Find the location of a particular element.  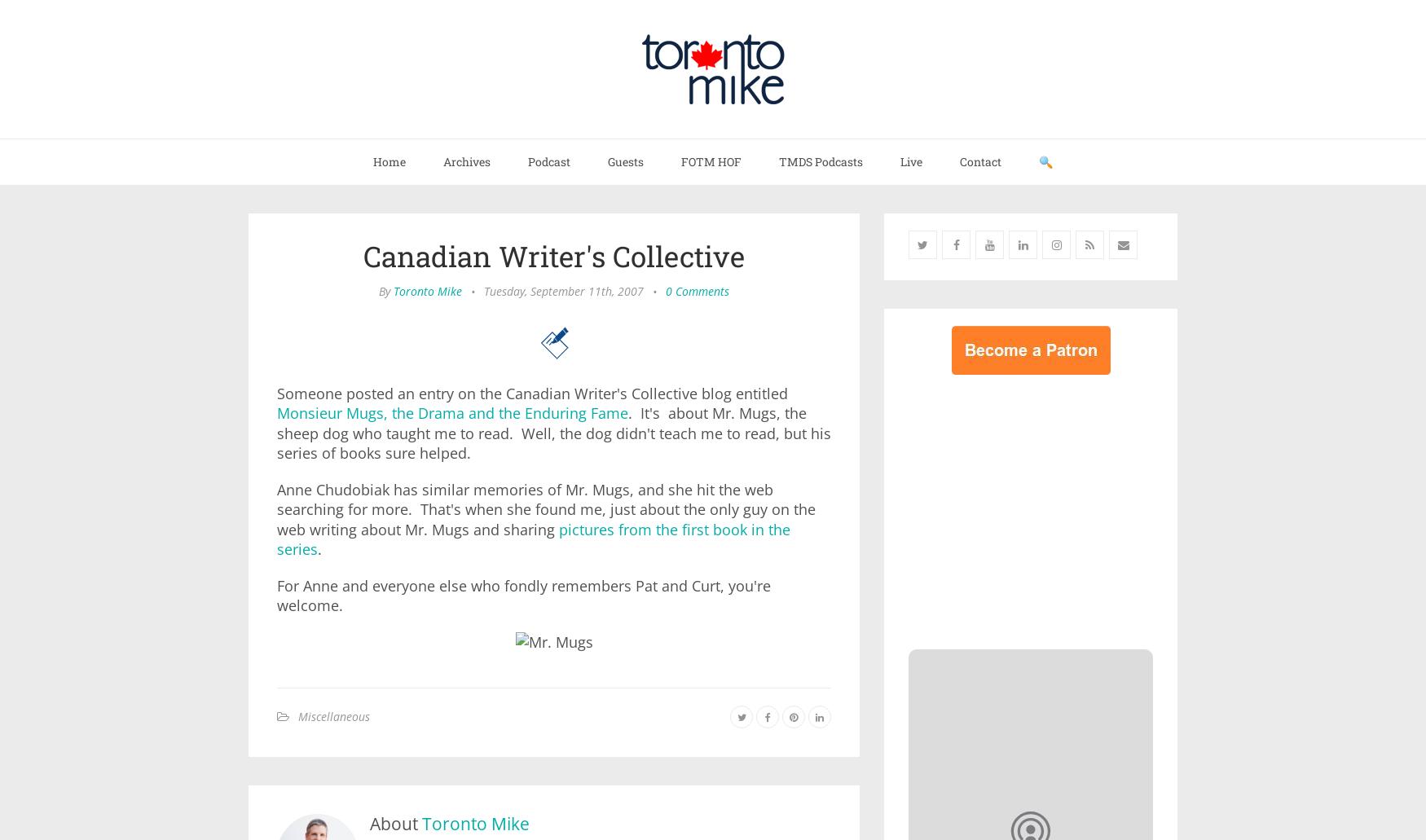

'.' is located at coordinates (317, 548).